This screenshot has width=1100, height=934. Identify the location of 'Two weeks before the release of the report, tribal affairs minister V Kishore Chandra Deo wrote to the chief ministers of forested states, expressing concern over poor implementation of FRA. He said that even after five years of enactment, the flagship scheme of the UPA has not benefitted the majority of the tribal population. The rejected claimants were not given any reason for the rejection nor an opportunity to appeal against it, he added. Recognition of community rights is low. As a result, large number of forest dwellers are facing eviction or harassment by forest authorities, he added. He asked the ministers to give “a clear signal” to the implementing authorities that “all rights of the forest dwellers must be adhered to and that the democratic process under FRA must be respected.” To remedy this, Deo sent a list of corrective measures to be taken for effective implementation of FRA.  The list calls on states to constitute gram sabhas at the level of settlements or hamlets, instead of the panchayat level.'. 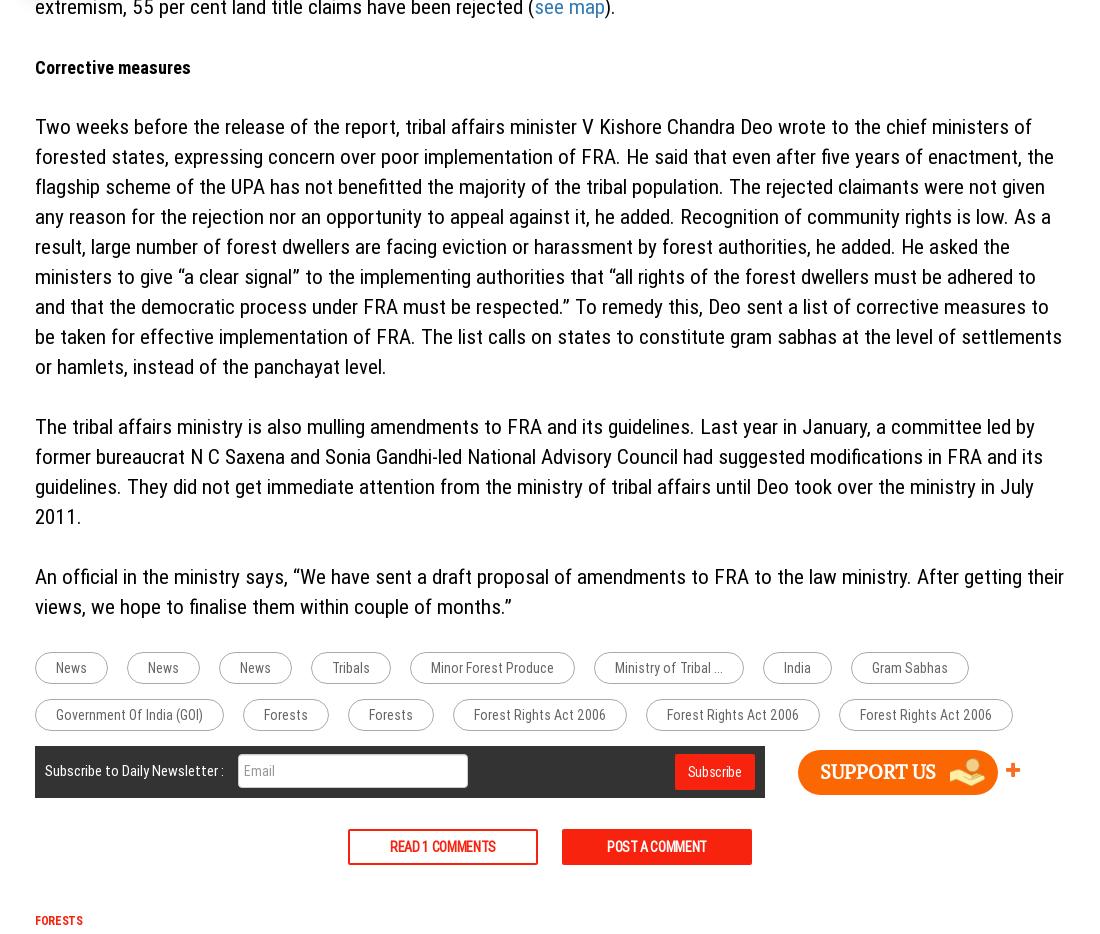
(548, 247).